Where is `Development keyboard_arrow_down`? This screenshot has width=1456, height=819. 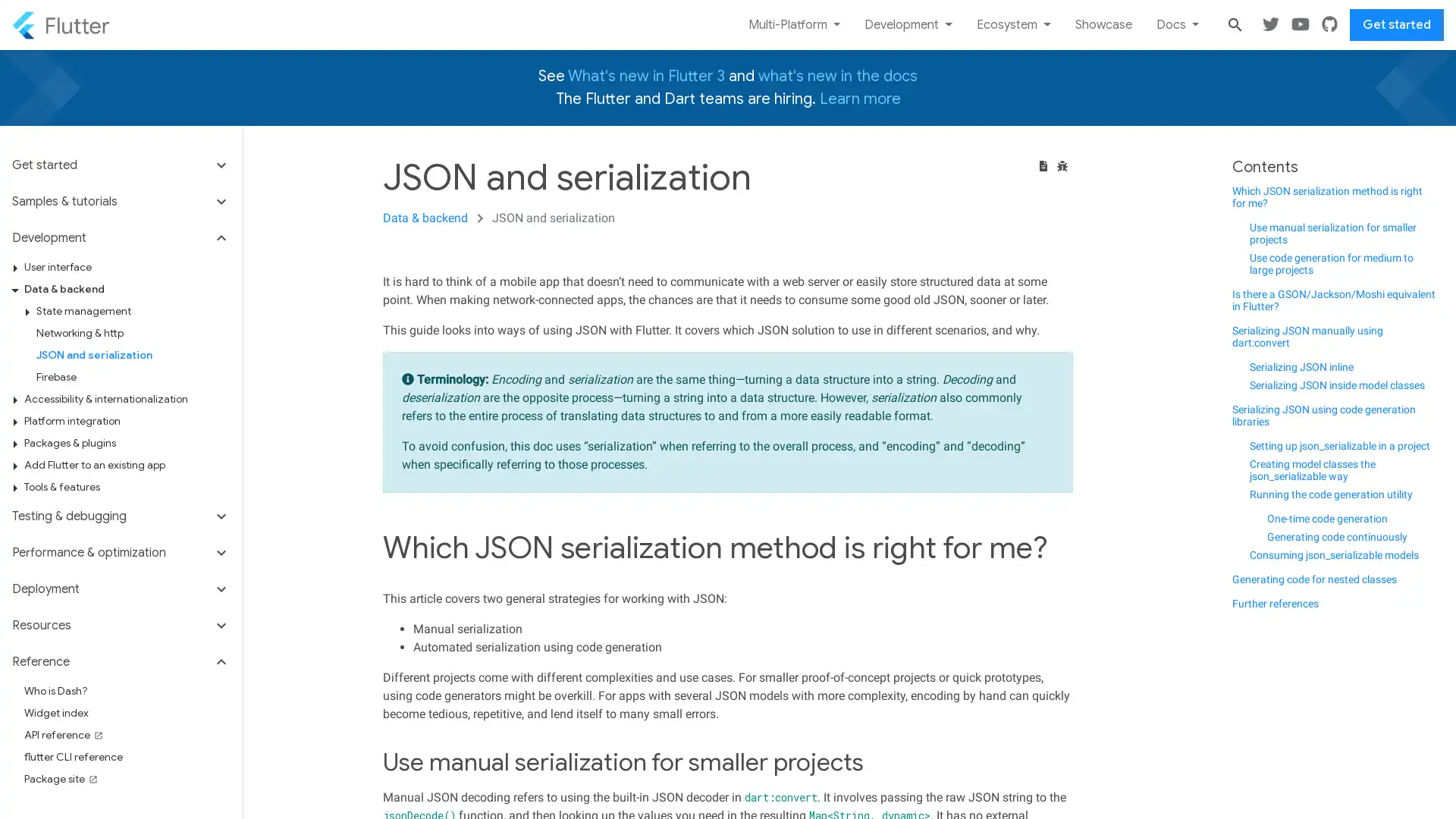 Development keyboard_arrow_down is located at coordinates (120, 237).